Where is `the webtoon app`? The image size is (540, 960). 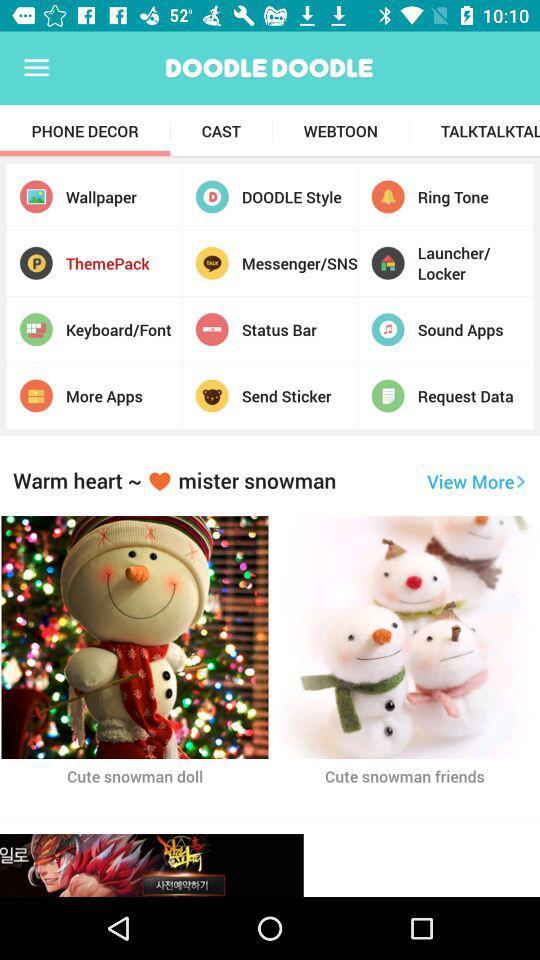
the webtoon app is located at coordinates (339, 130).